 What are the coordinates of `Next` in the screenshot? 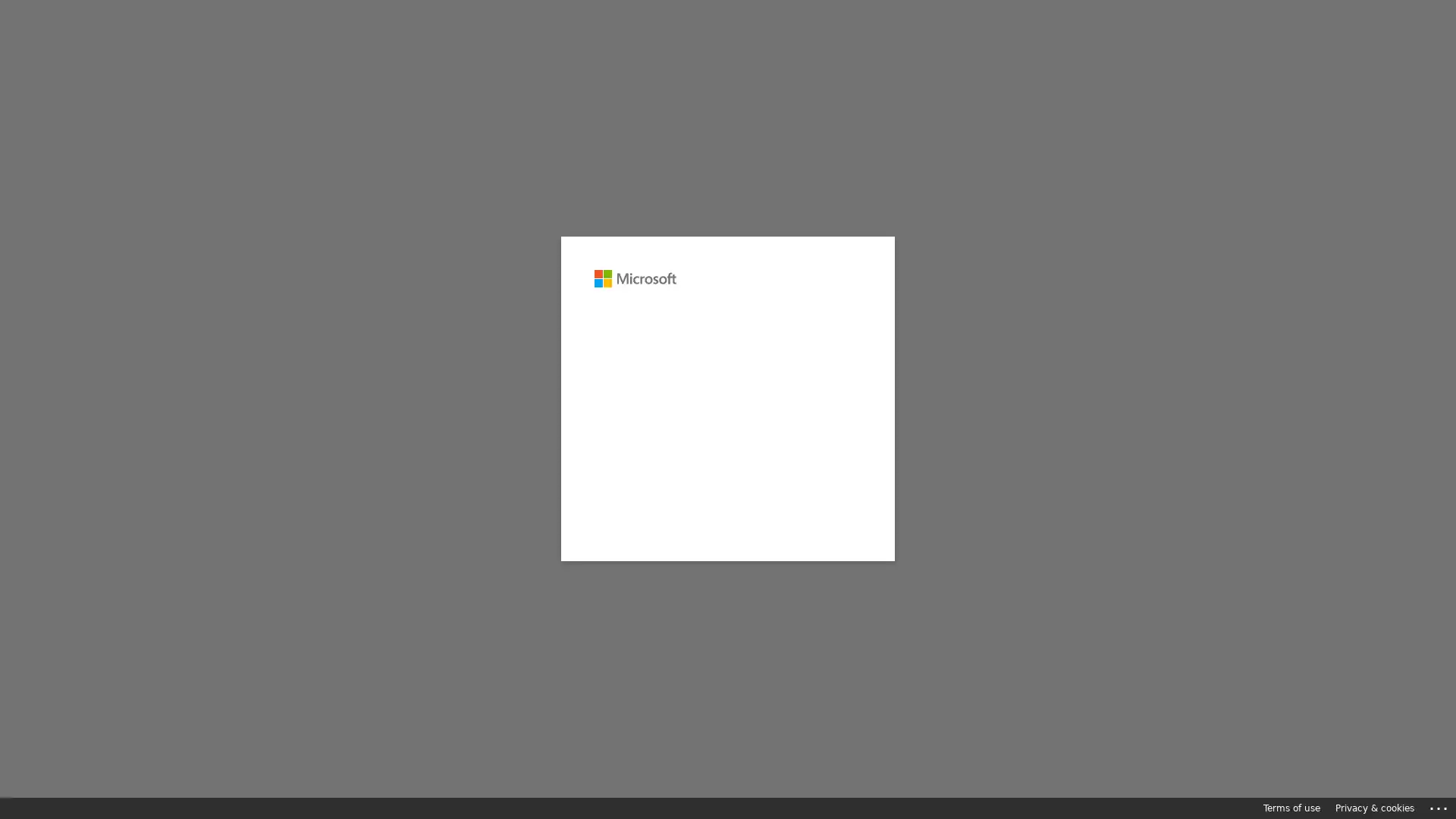 It's located at (819, 382).